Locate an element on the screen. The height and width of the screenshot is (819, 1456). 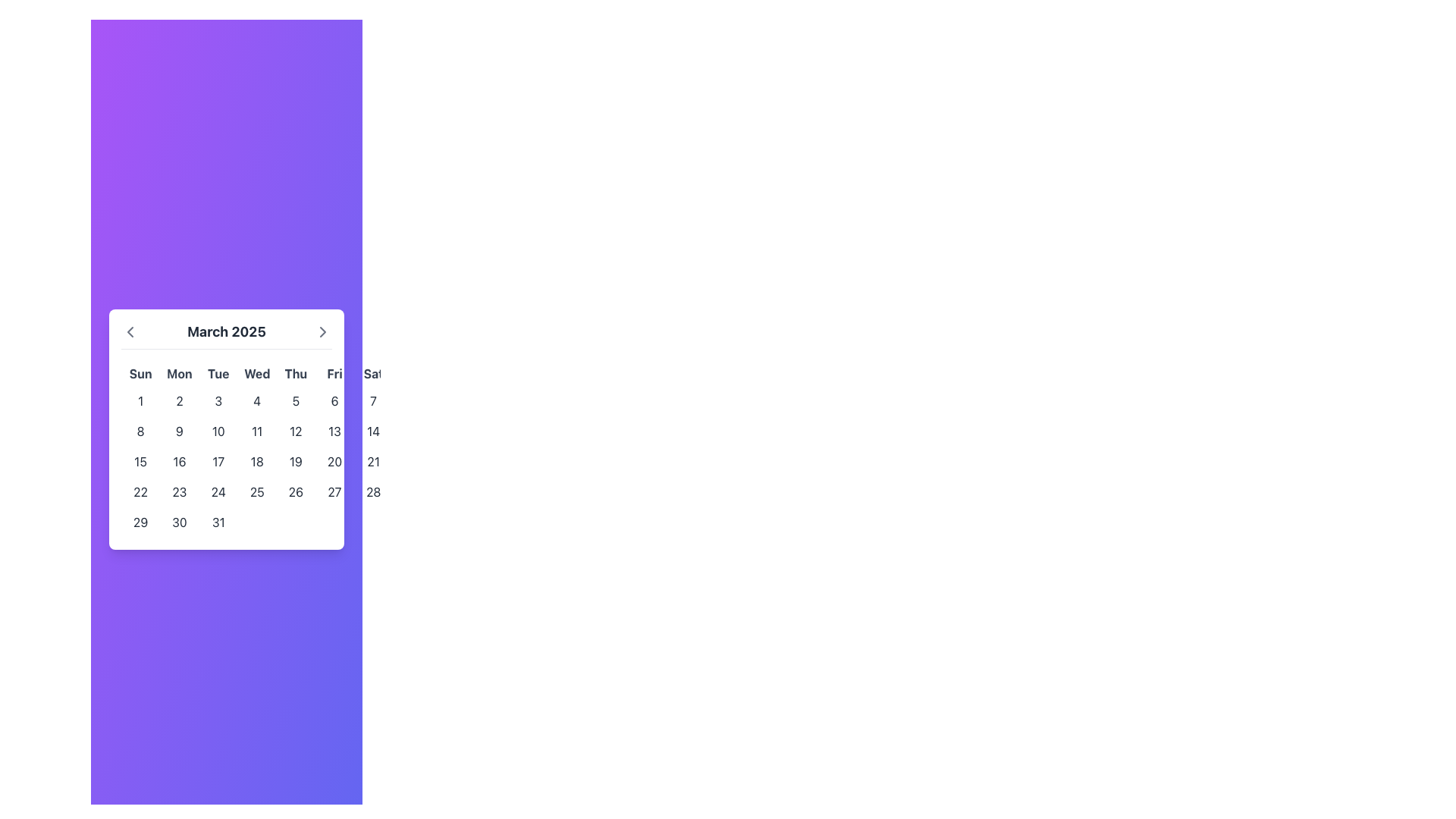
the text label displaying 'Sun', which is the first day label in the calendar header is located at coordinates (140, 373).